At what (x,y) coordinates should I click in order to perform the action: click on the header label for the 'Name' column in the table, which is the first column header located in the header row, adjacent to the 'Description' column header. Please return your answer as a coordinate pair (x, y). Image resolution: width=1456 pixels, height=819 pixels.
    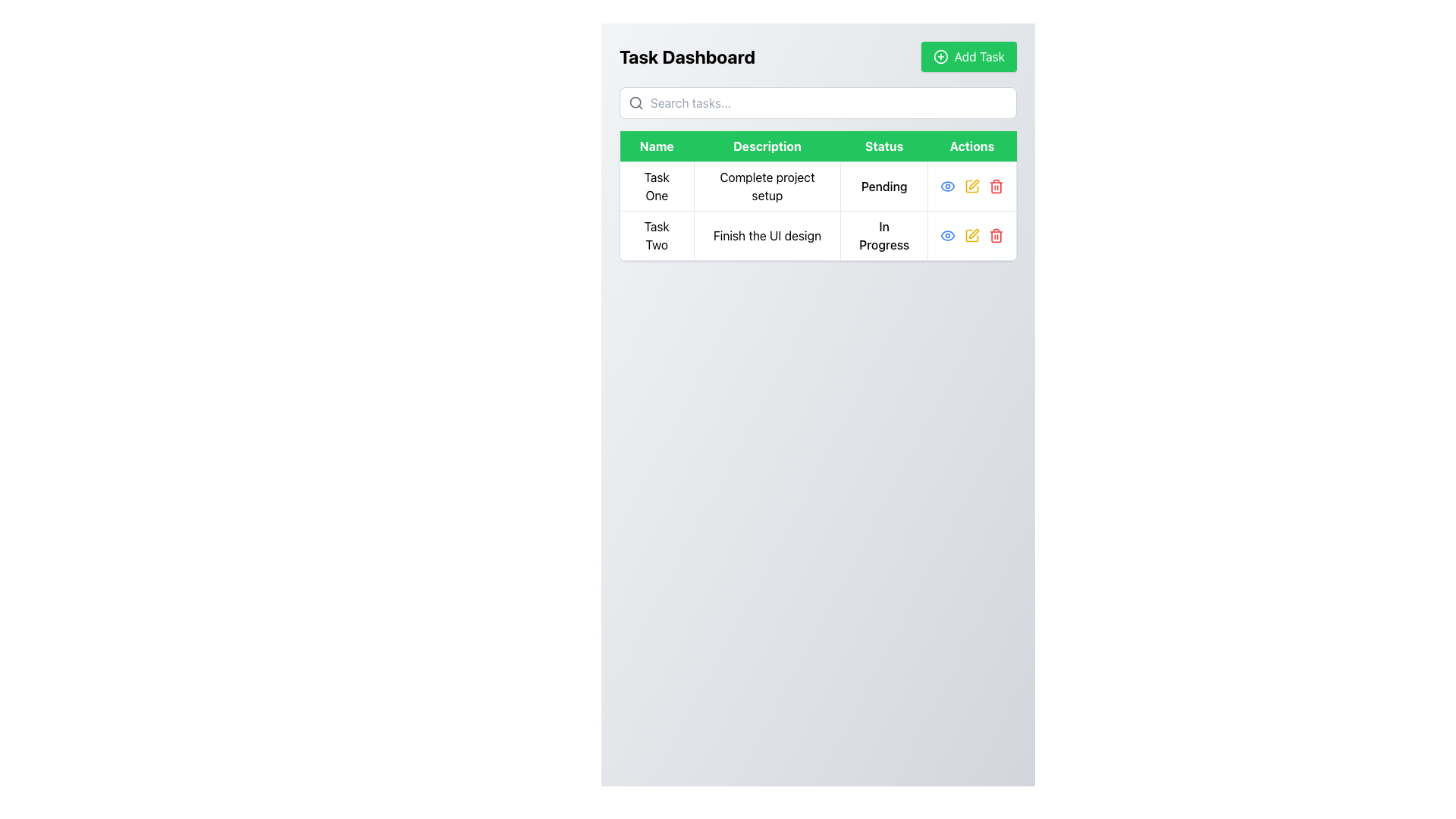
    Looking at the image, I should click on (657, 146).